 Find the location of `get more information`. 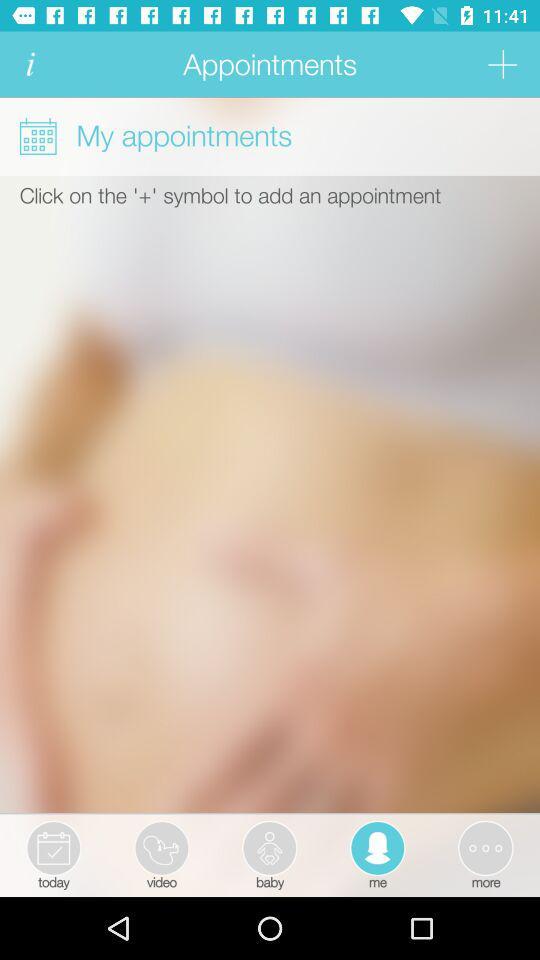

get more information is located at coordinates (29, 64).